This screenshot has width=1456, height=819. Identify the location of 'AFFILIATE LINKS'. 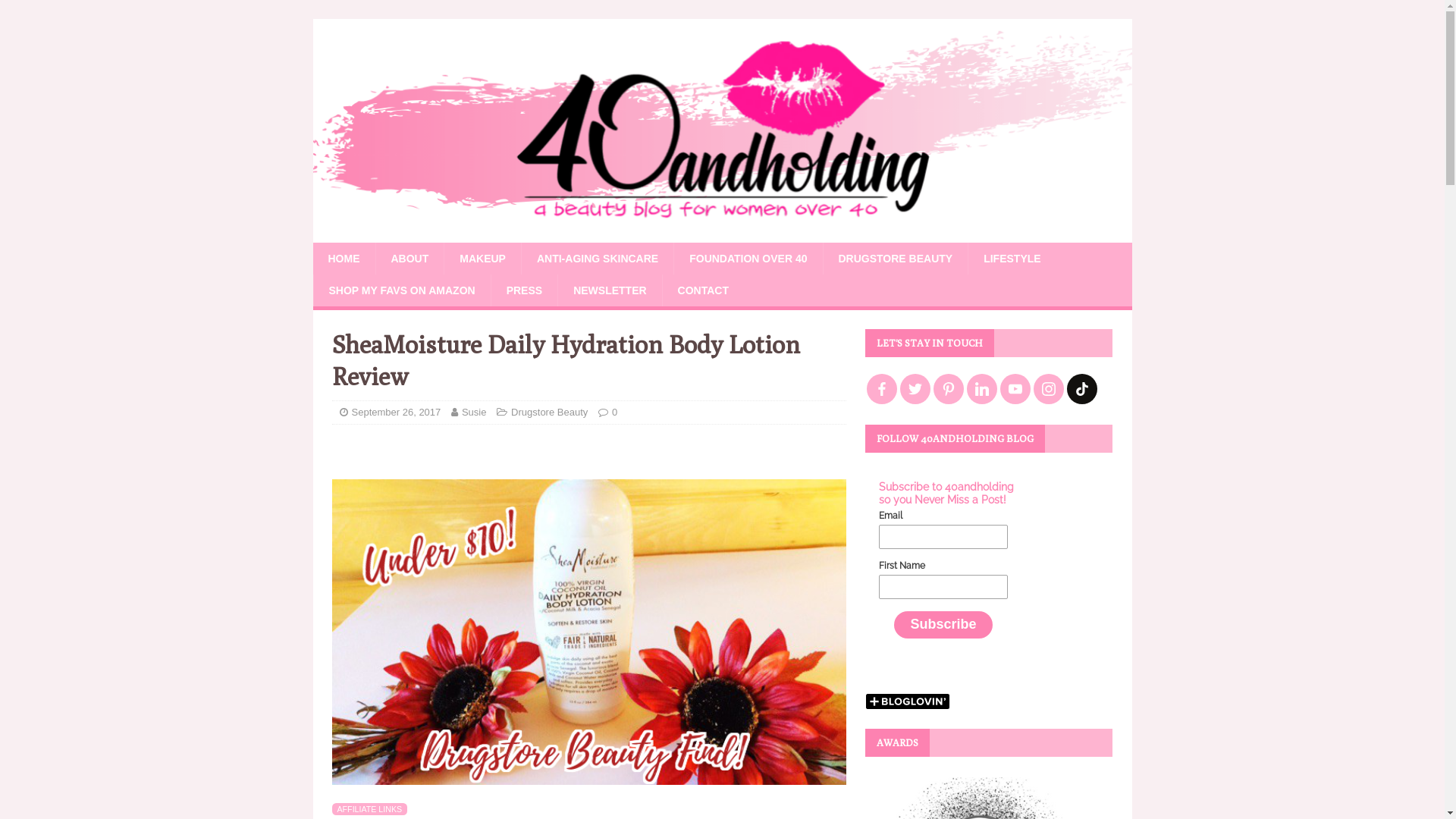
(370, 808).